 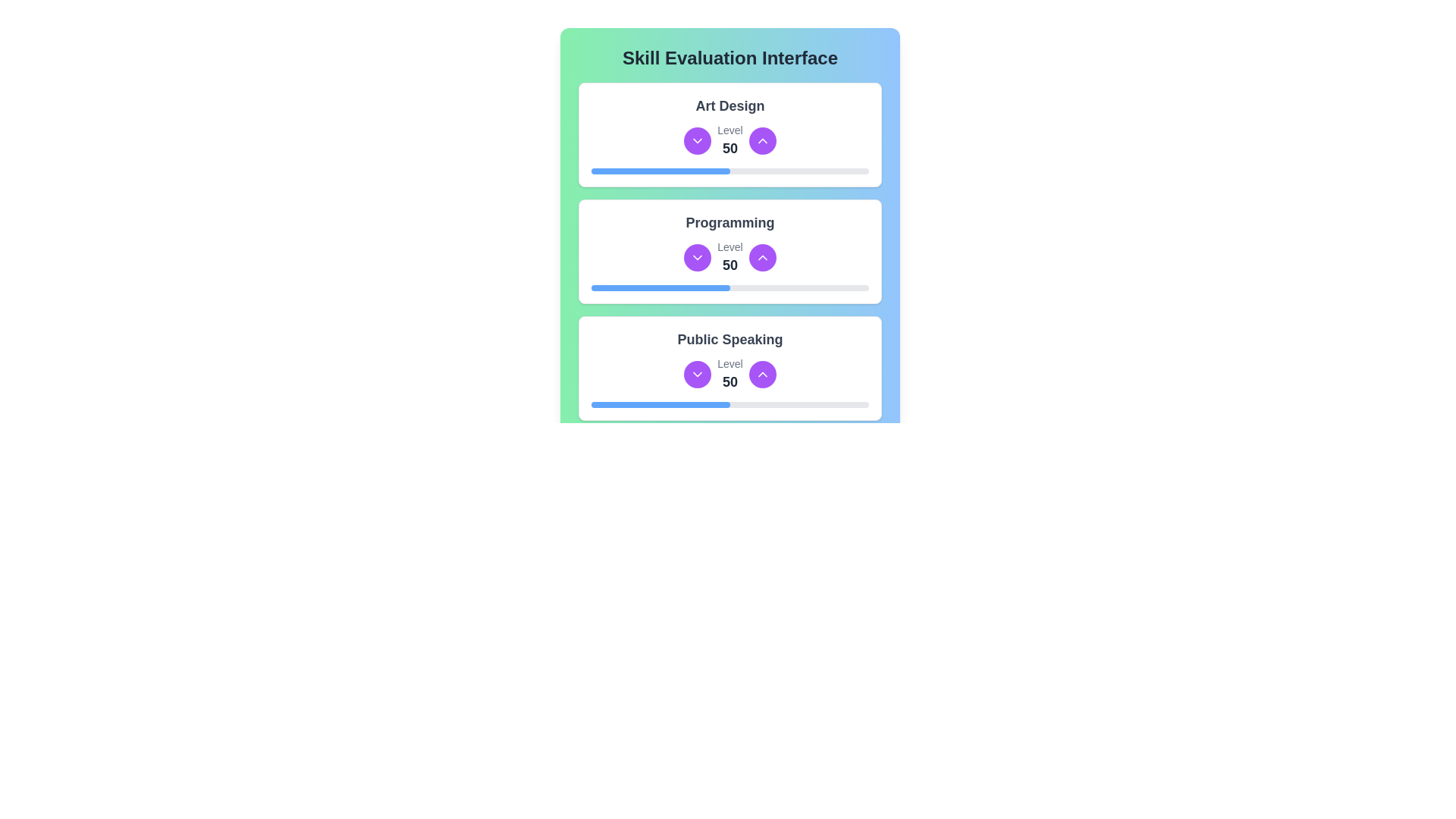 What do you see at coordinates (635, 403) in the screenshot?
I see `the slider value` at bounding box center [635, 403].